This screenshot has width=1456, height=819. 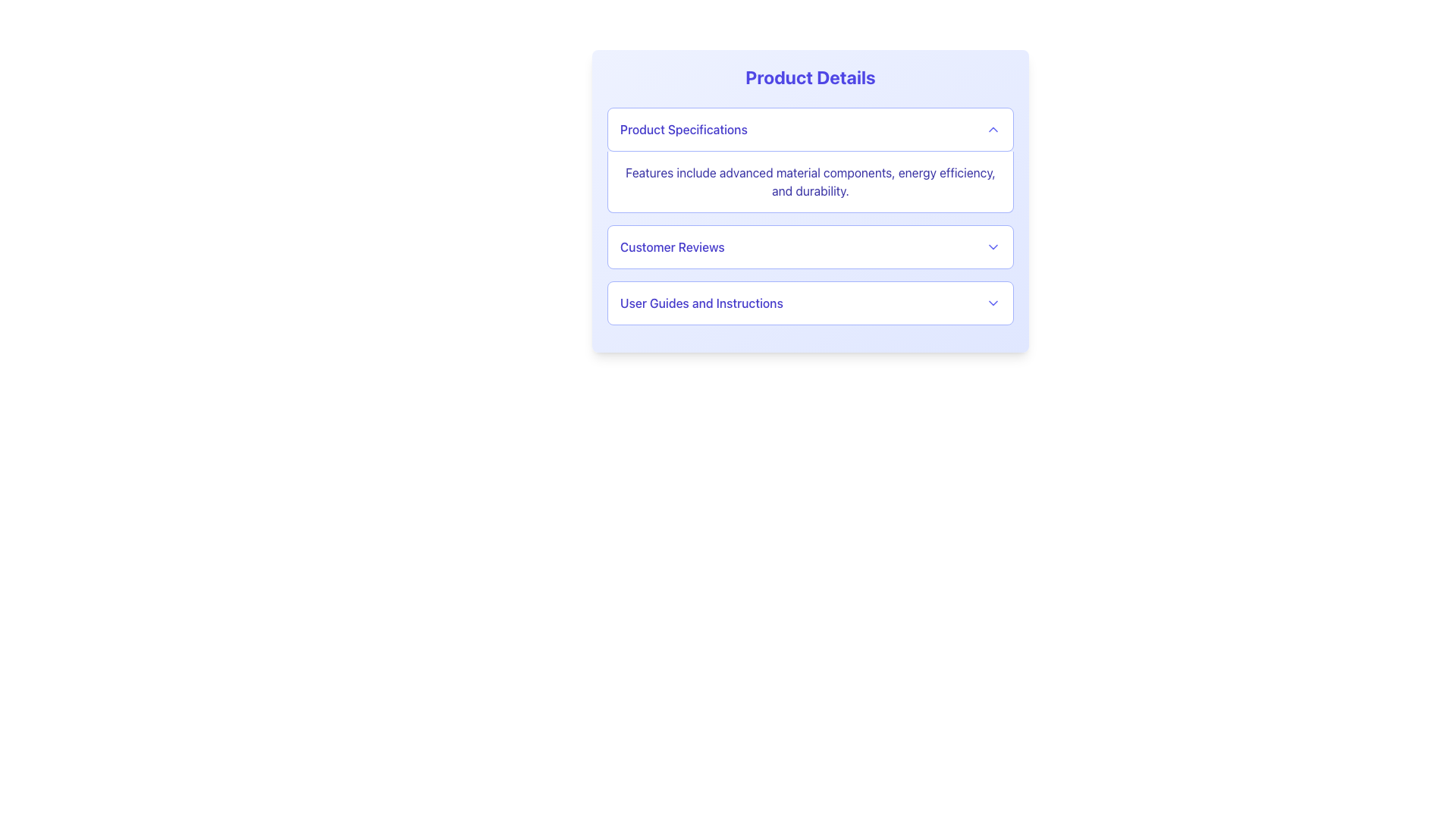 What do you see at coordinates (993, 246) in the screenshot?
I see `the chevron down icon located at the right edge of the 'Customer Reviews' section` at bounding box center [993, 246].